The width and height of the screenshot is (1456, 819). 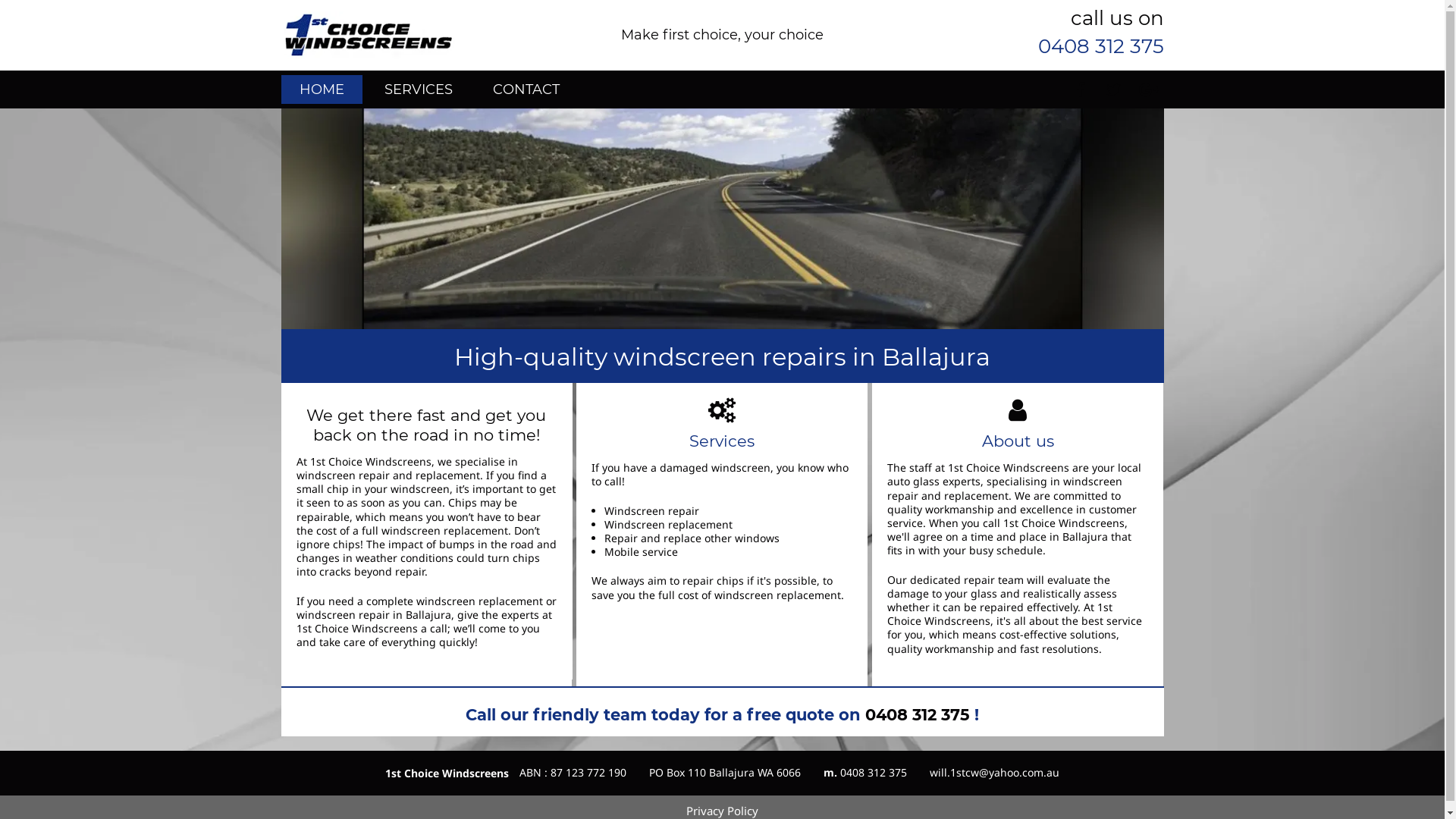 I want to click on 'first choice windscreens business logo', so click(x=367, y=34).